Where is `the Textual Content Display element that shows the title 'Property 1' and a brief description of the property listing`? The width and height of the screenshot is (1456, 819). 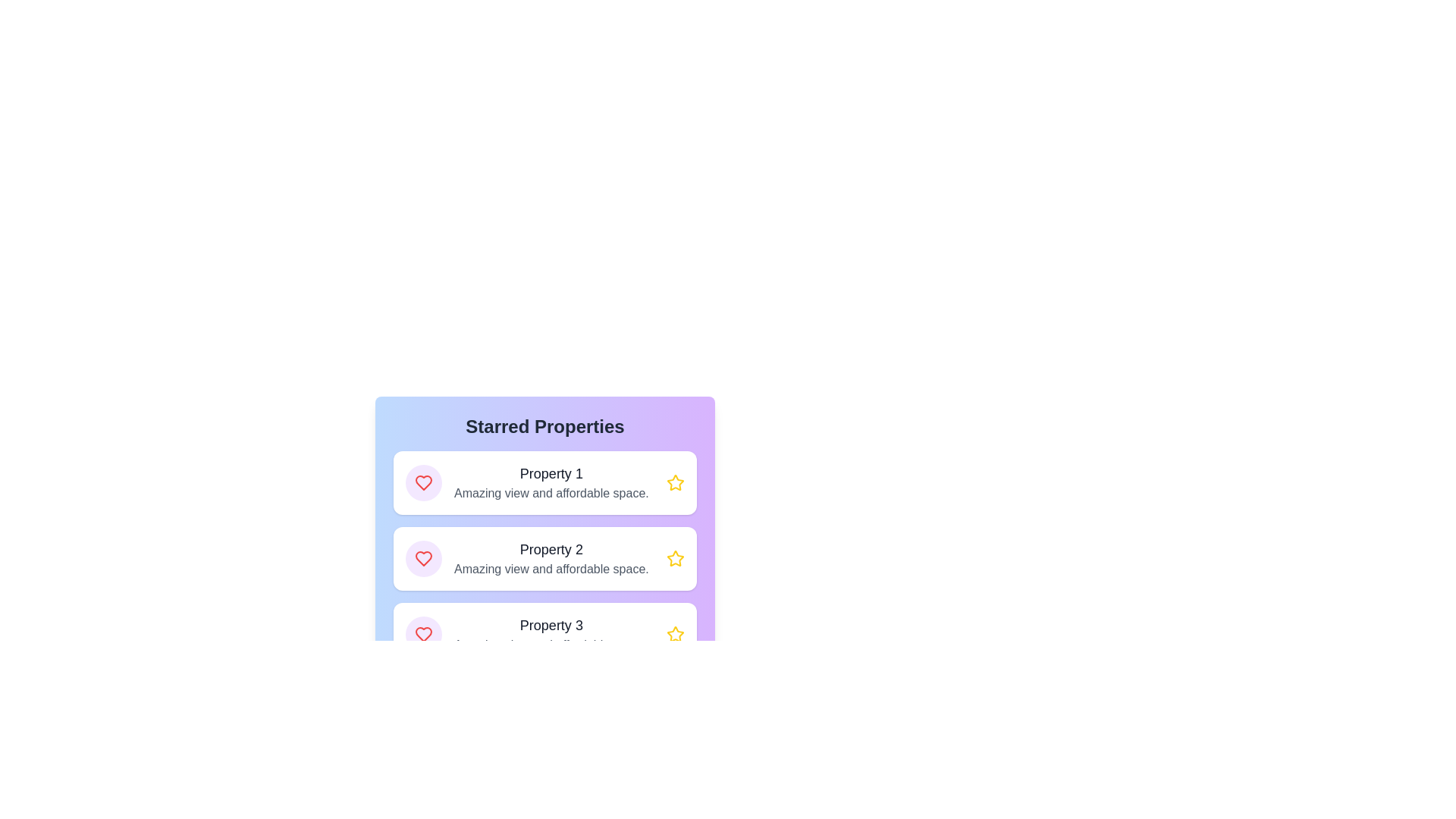
the Textual Content Display element that shows the title 'Property 1' and a brief description of the property listing is located at coordinates (551, 482).